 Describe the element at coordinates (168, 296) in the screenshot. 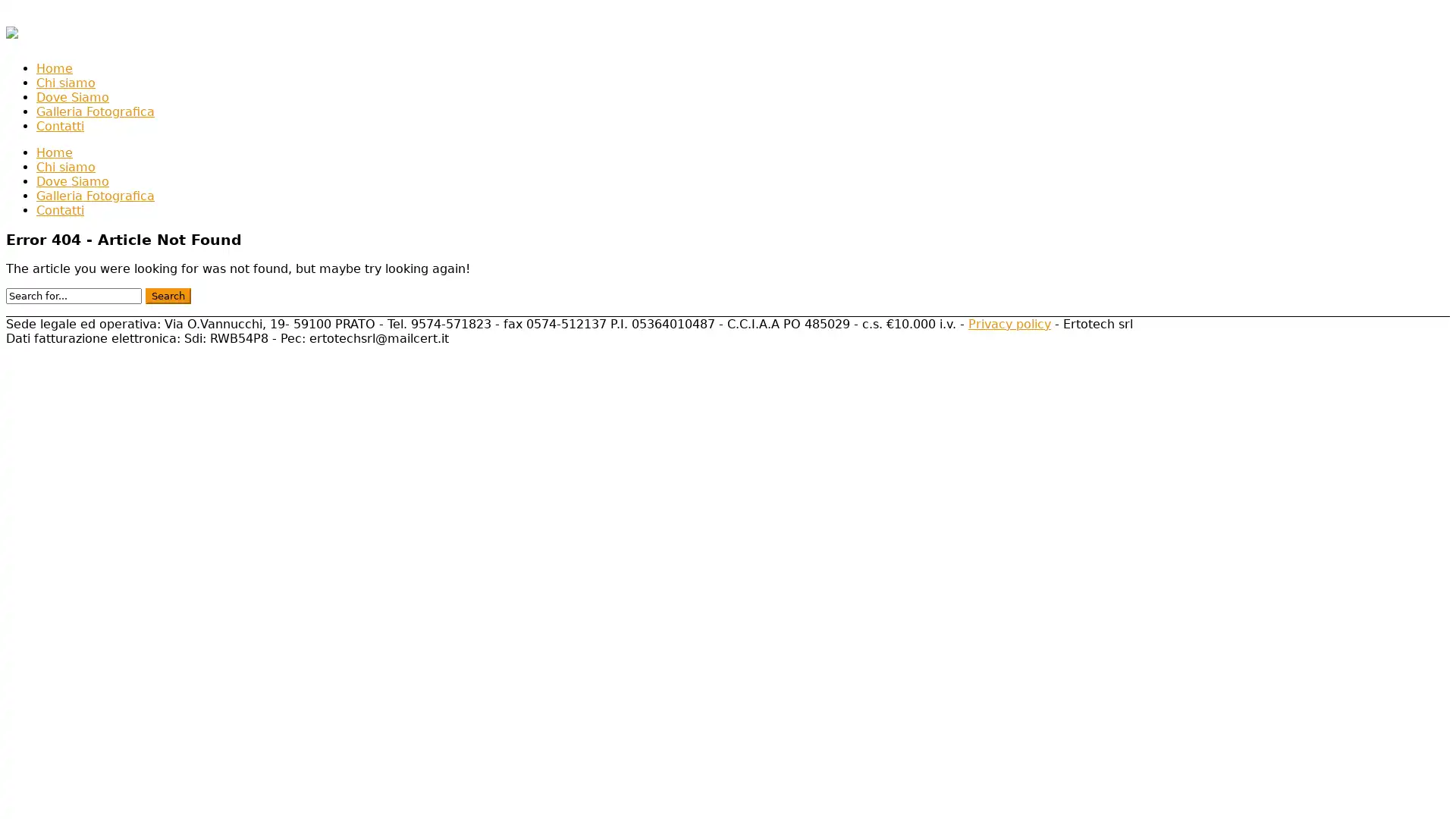

I see `Search` at that location.